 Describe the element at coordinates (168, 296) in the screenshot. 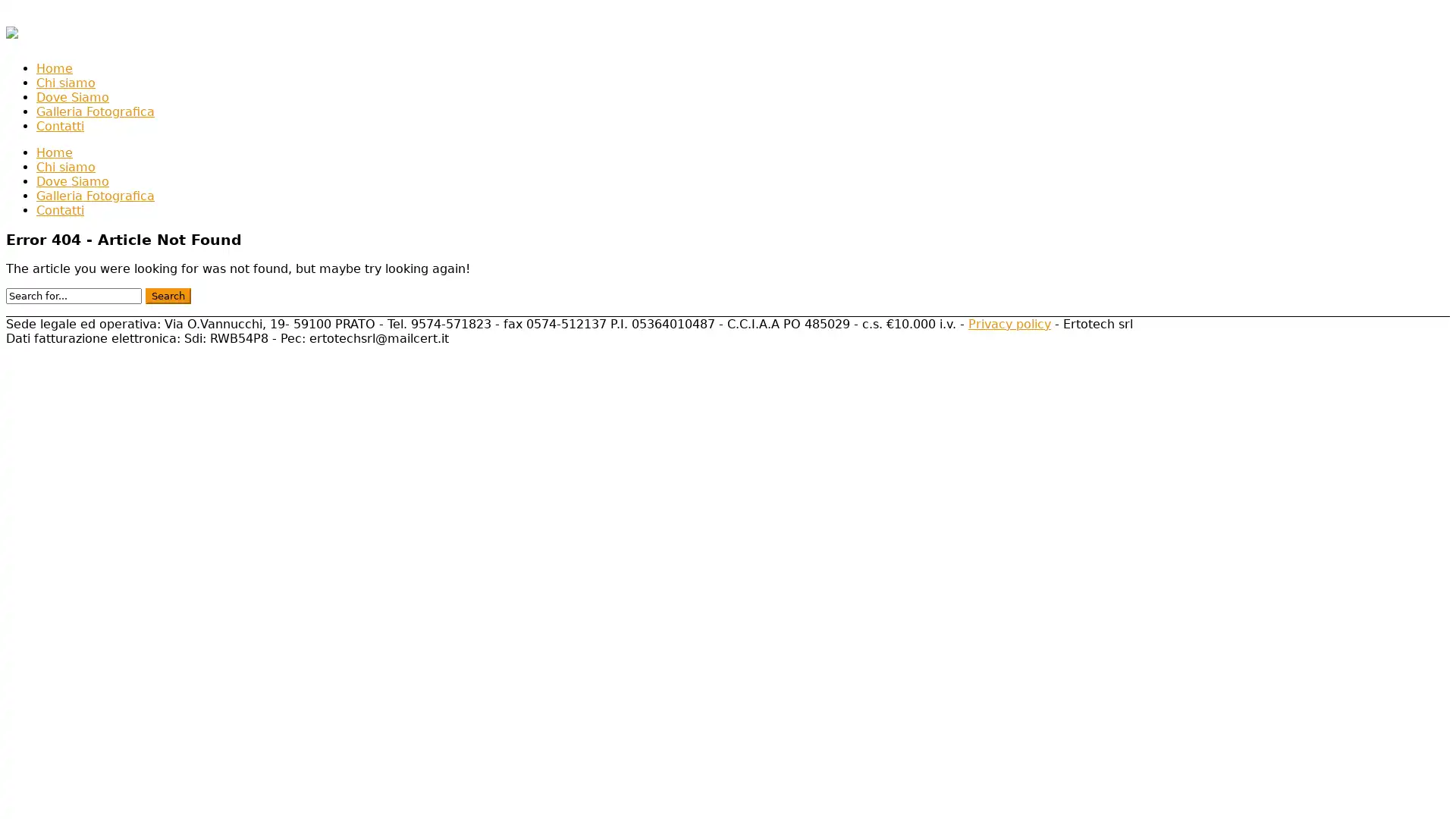

I see `Search` at that location.